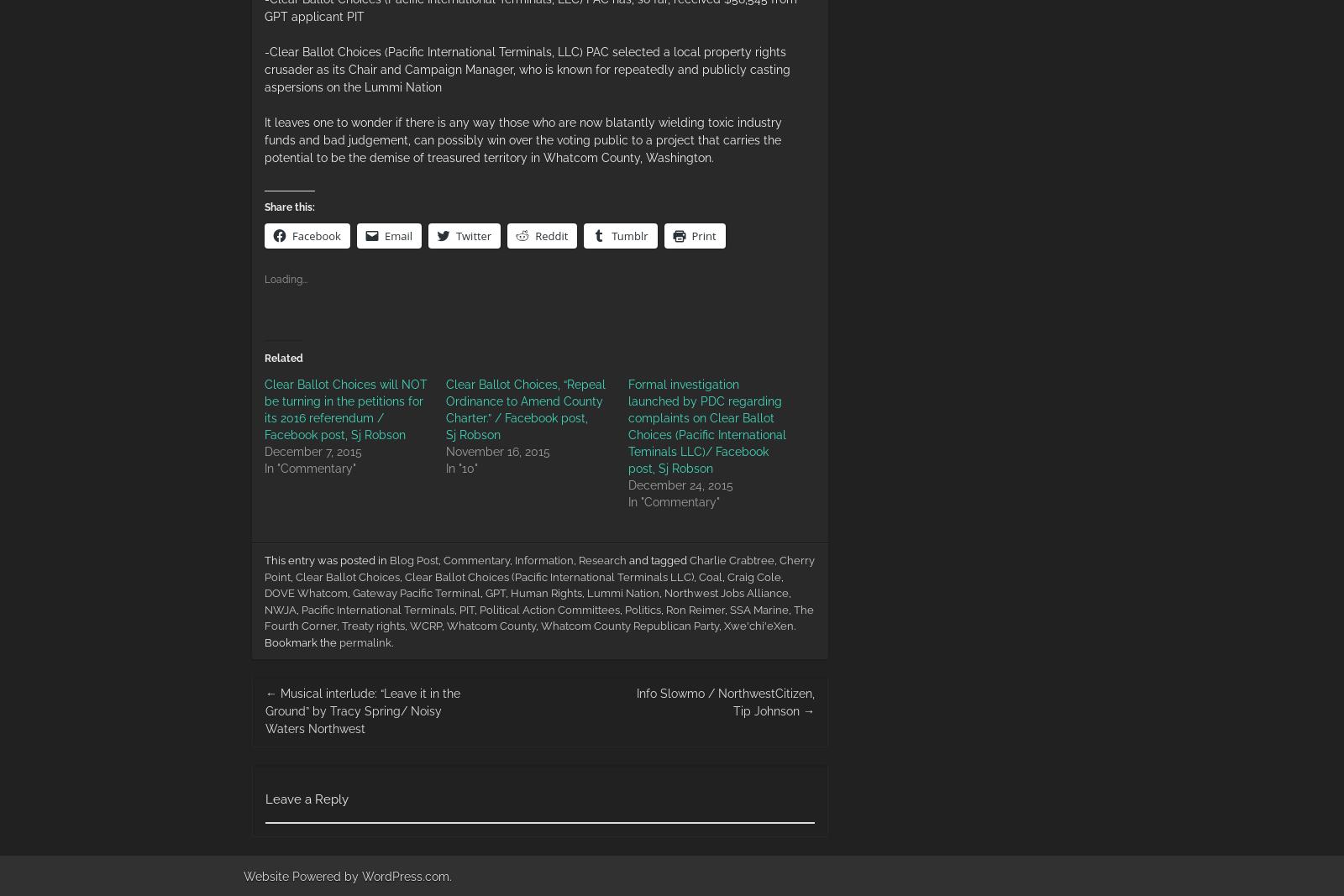  Describe the element at coordinates (346, 576) in the screenshot. I see `'Clear Ballot Choices'` at that location.